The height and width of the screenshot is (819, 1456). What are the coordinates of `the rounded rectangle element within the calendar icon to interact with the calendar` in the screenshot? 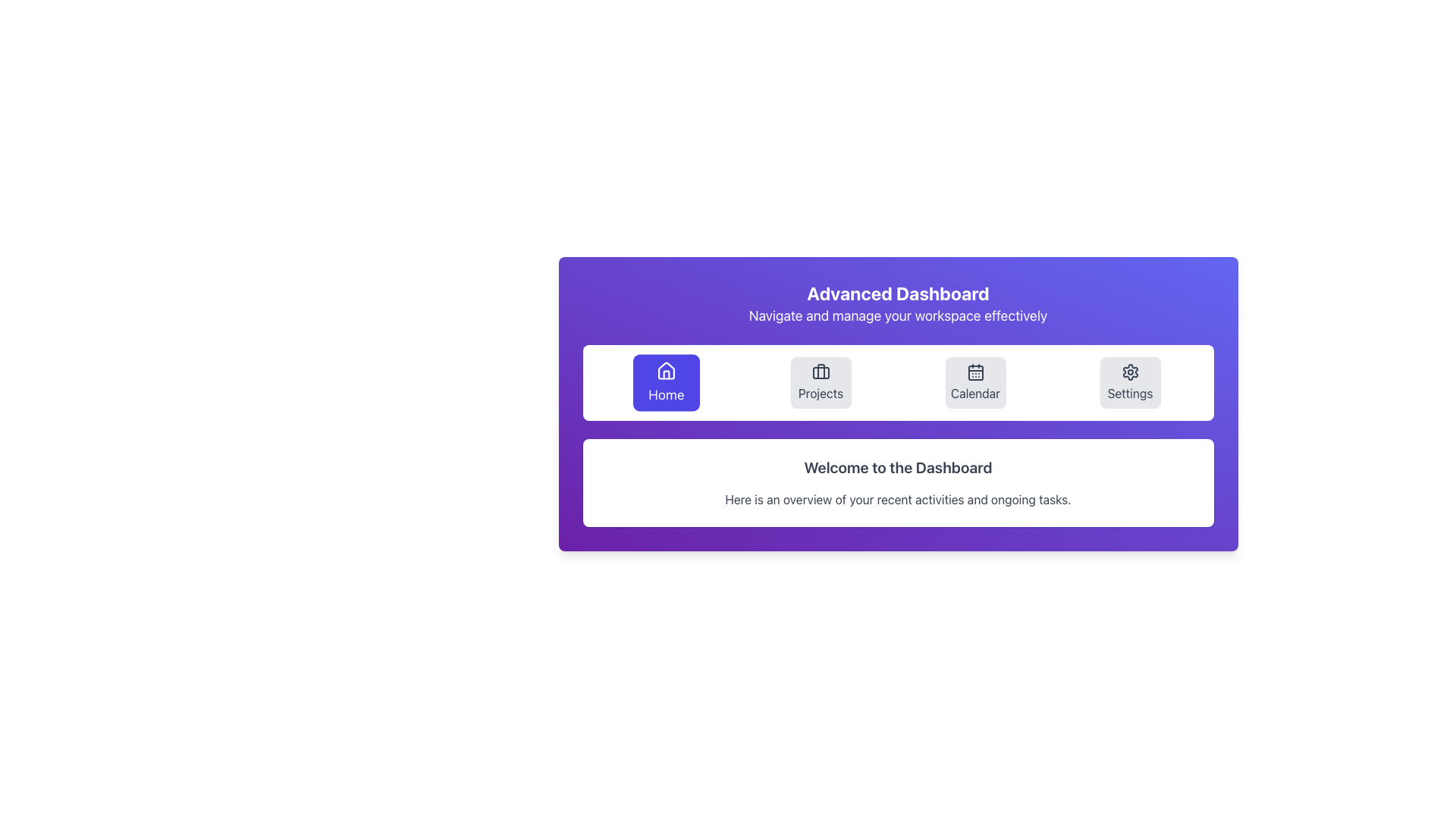 It's located at (975, 373).